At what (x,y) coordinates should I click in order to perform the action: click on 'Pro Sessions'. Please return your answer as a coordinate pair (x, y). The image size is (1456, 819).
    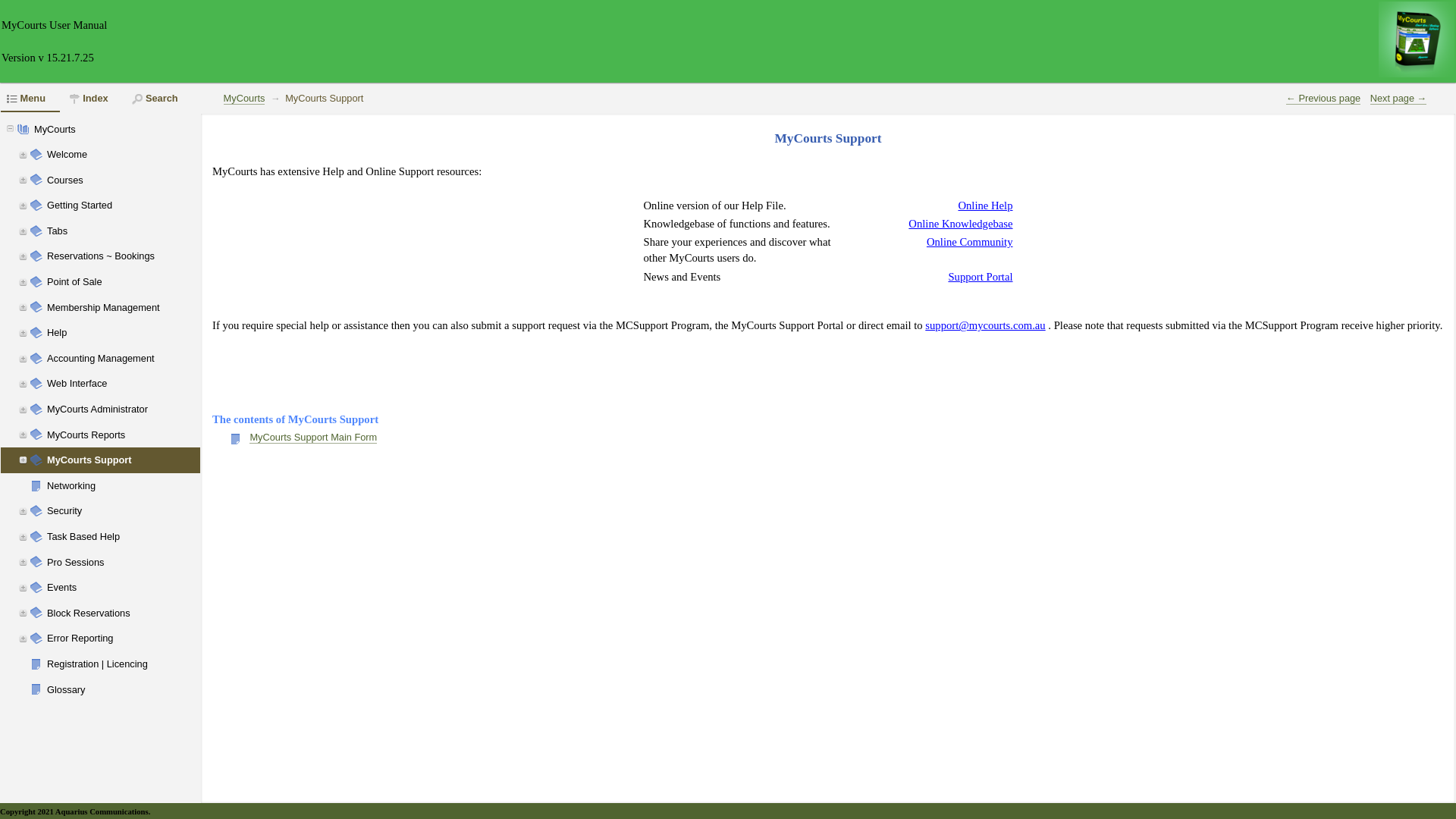
    Looking at the image, I should click on (143, 562).